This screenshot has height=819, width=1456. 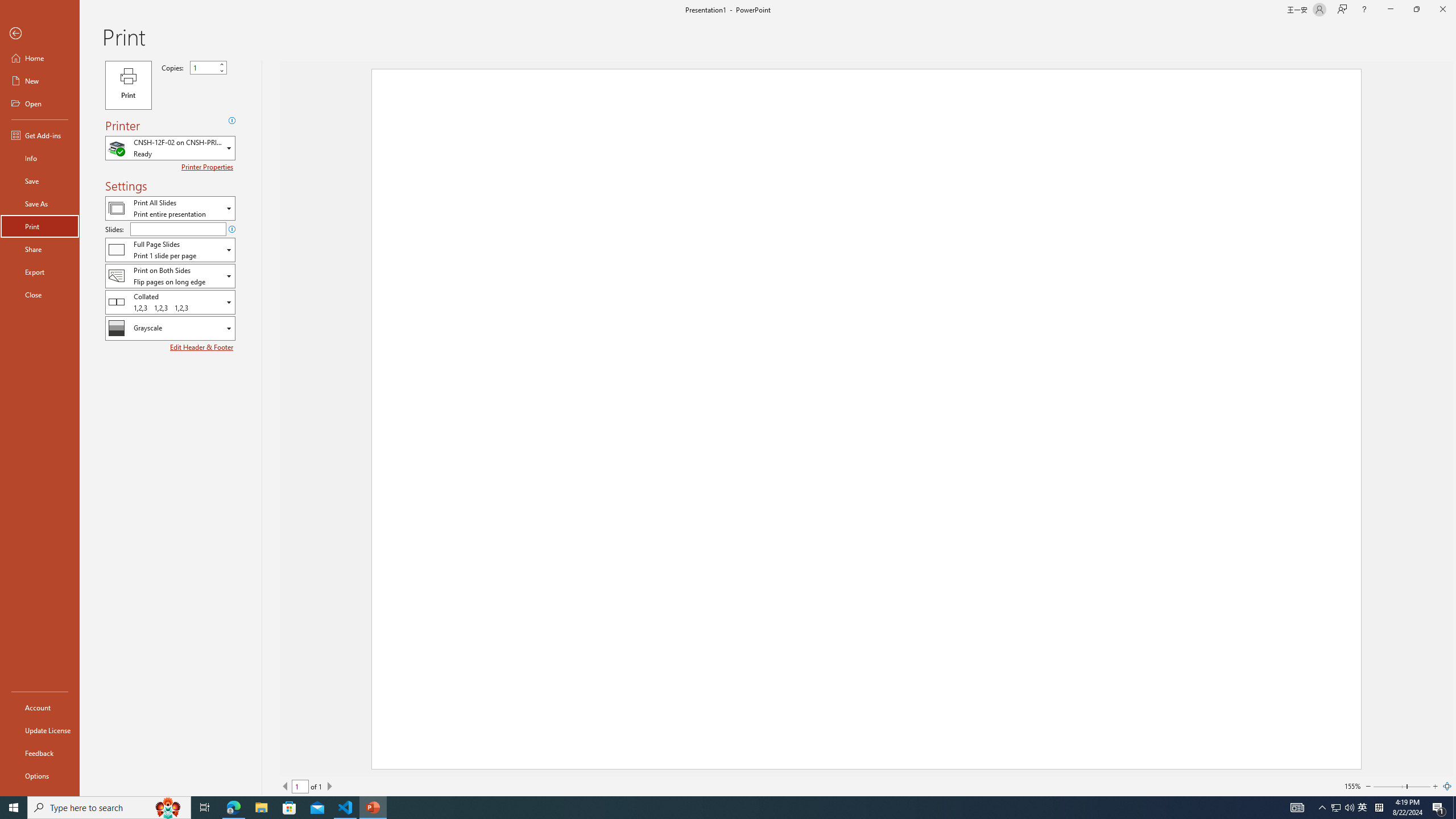 I want to click on 'Which Printer', so click(x=169, y=148).